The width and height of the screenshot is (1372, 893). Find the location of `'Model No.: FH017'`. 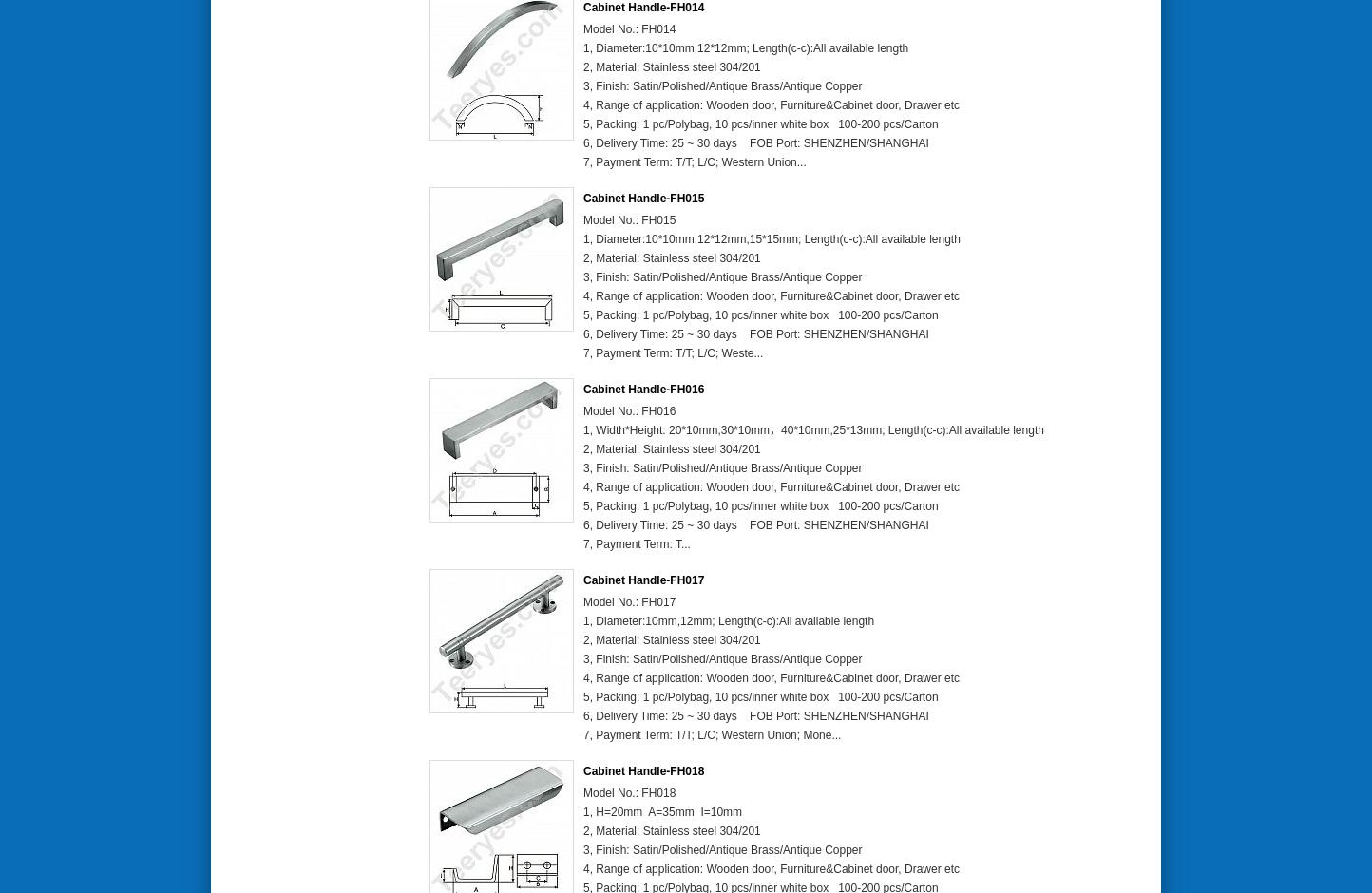

'Model No.: FH017' is located at coordinates (629, 602).